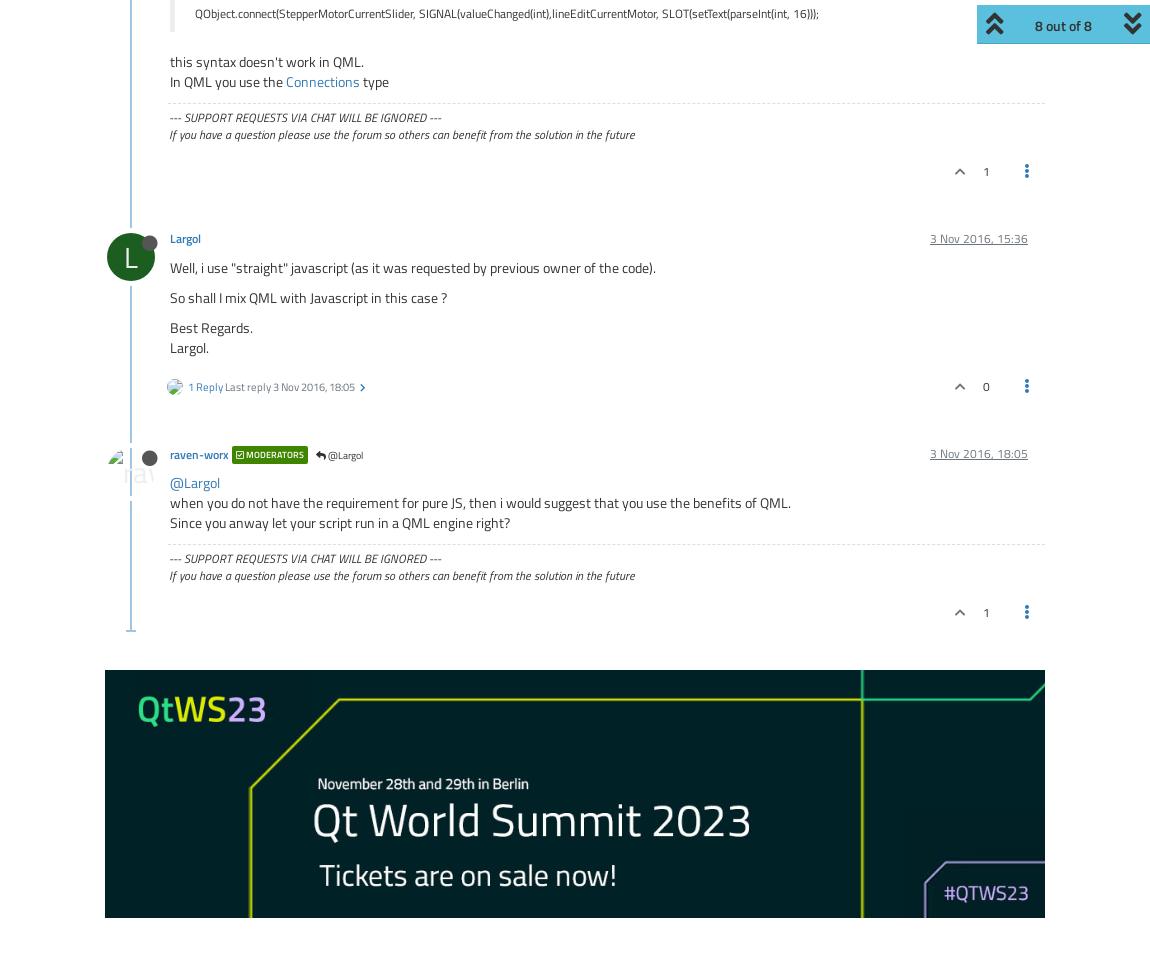 The image size is (1150, 978). What do you see at coordinates (210, 325) in the screenshot?
I see `'Best Regards.'` at bounding box center [210, 325].